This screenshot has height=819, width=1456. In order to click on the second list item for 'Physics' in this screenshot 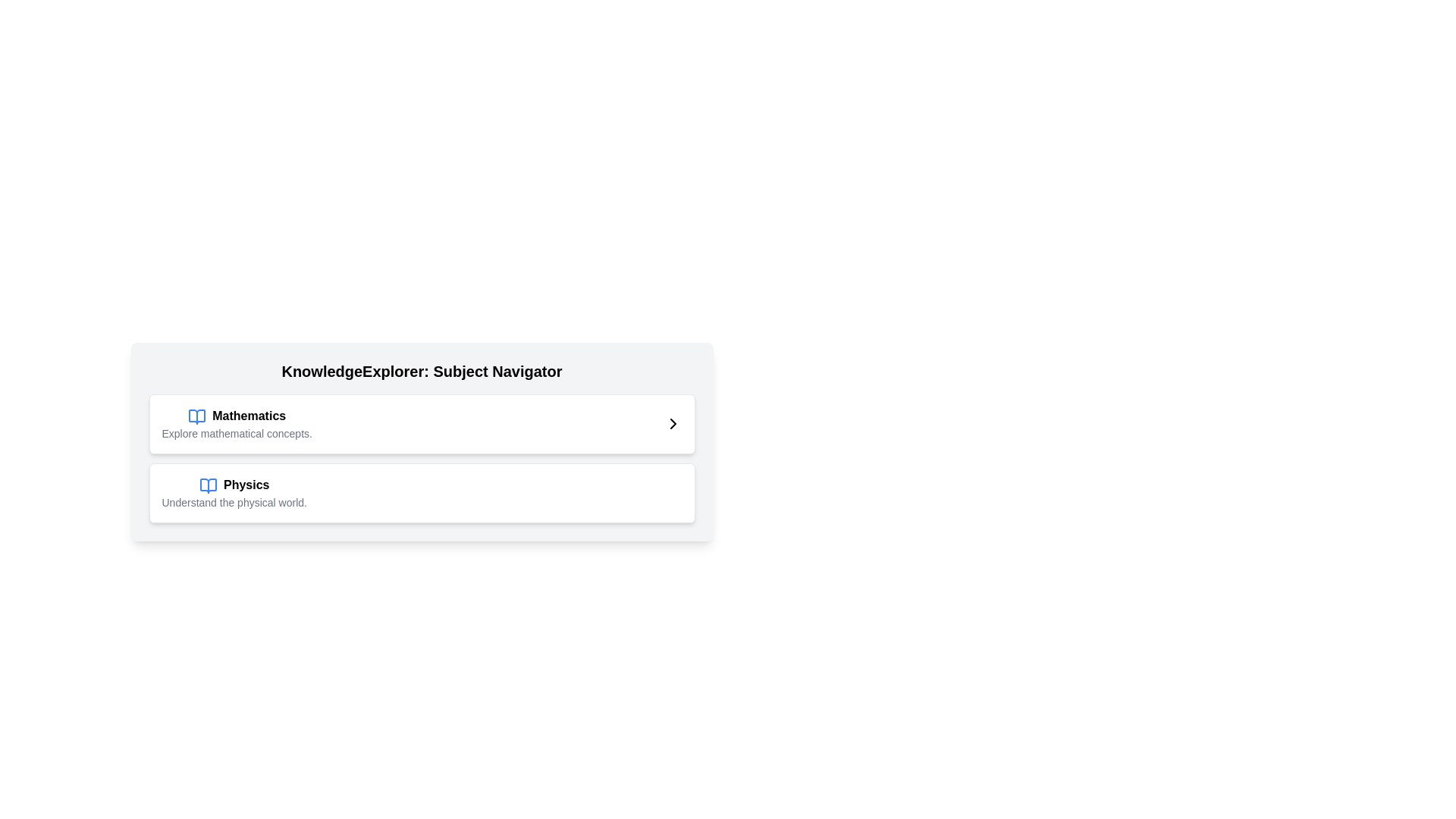, I will do `click(234, 493)`.